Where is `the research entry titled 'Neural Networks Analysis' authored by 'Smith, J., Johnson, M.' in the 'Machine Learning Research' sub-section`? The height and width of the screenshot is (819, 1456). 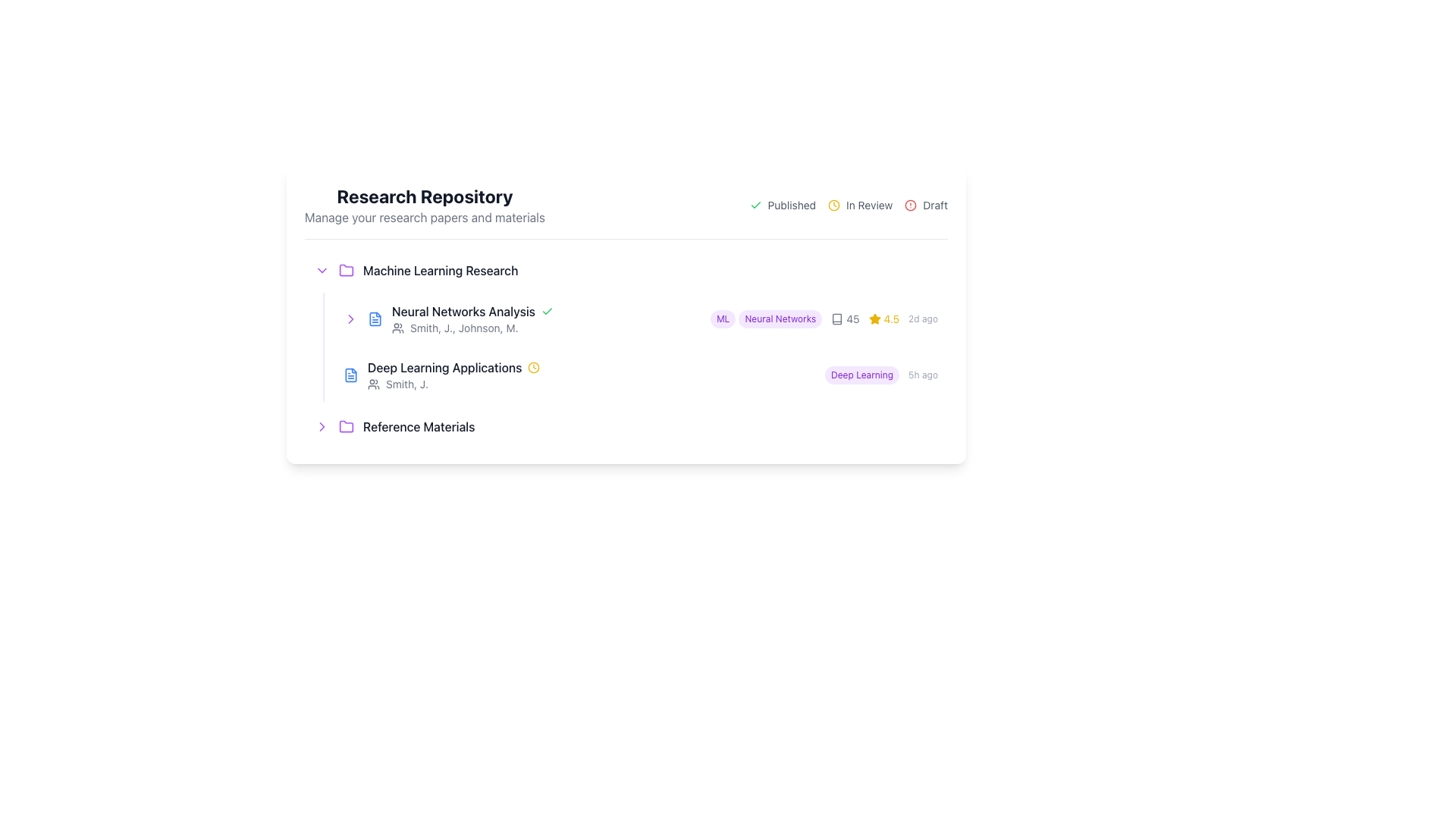 the research entry titled 'Neural Networks Analysis' authored by 'Smith, J., Johnson, M.' in the 'Machine Learning Research' sub-section is located at coordinates (546, 318).